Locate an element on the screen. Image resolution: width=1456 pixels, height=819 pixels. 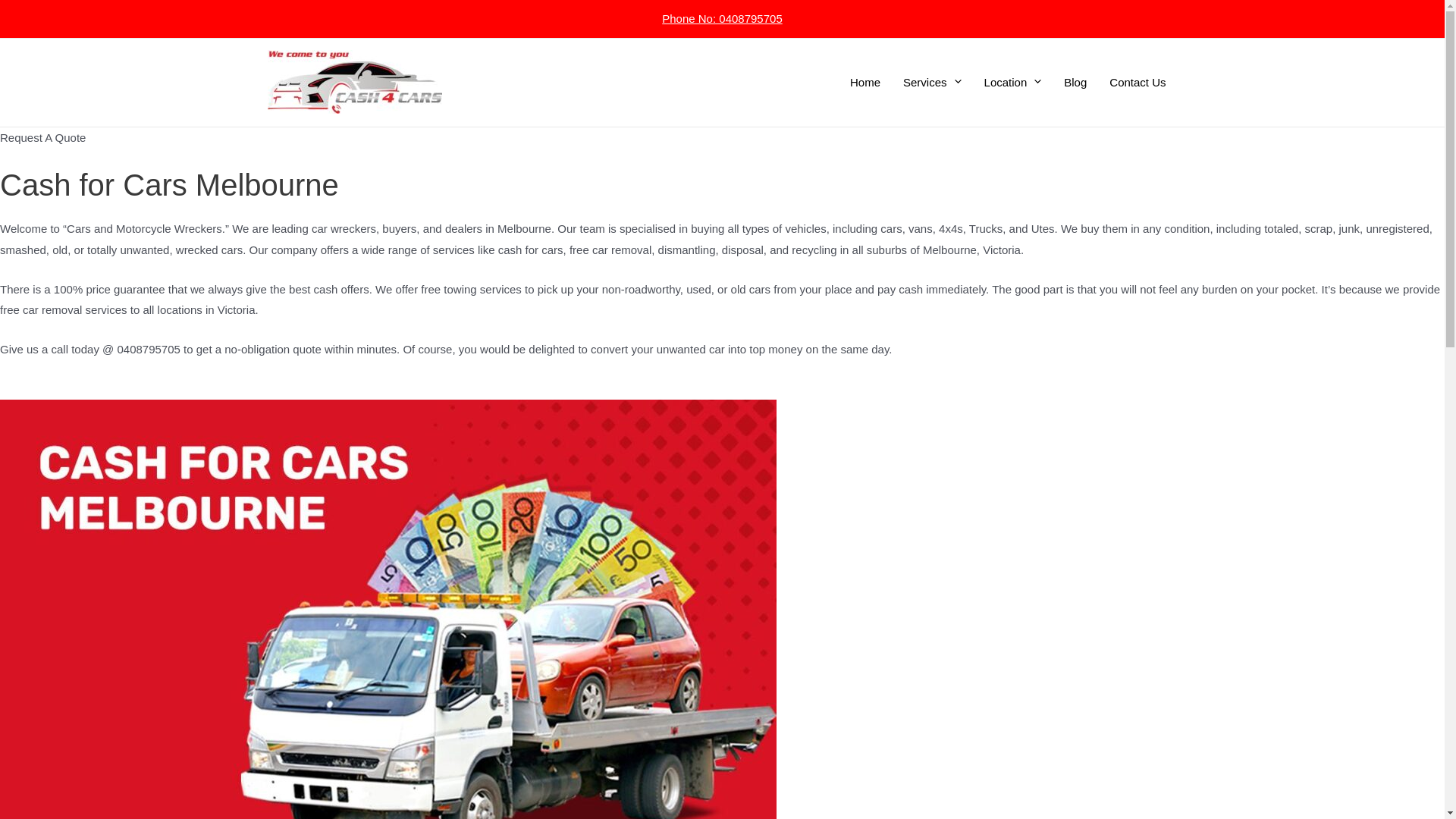
'Phone No: 0408795705' is located at coordinates (720, 18).